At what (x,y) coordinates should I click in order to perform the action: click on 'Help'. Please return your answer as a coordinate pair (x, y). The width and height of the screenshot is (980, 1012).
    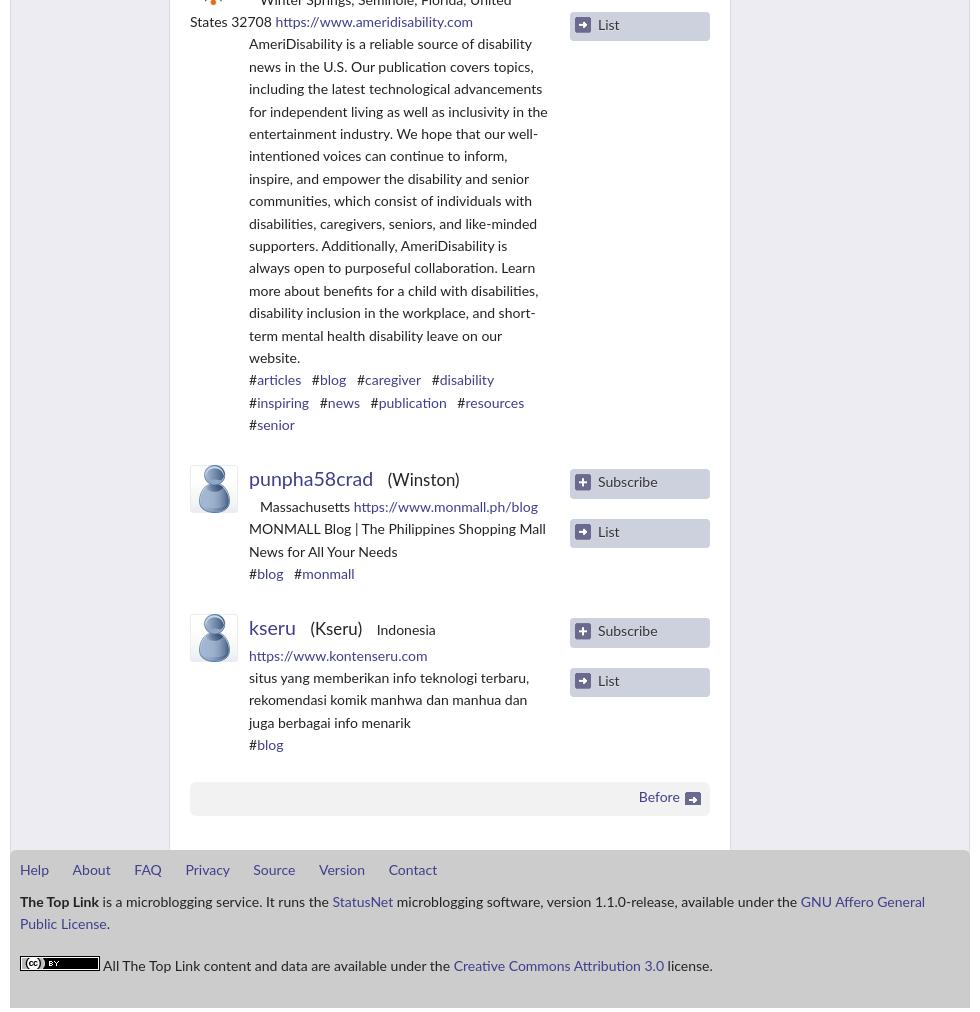
    Looking at the image, I should click on (34, 869).